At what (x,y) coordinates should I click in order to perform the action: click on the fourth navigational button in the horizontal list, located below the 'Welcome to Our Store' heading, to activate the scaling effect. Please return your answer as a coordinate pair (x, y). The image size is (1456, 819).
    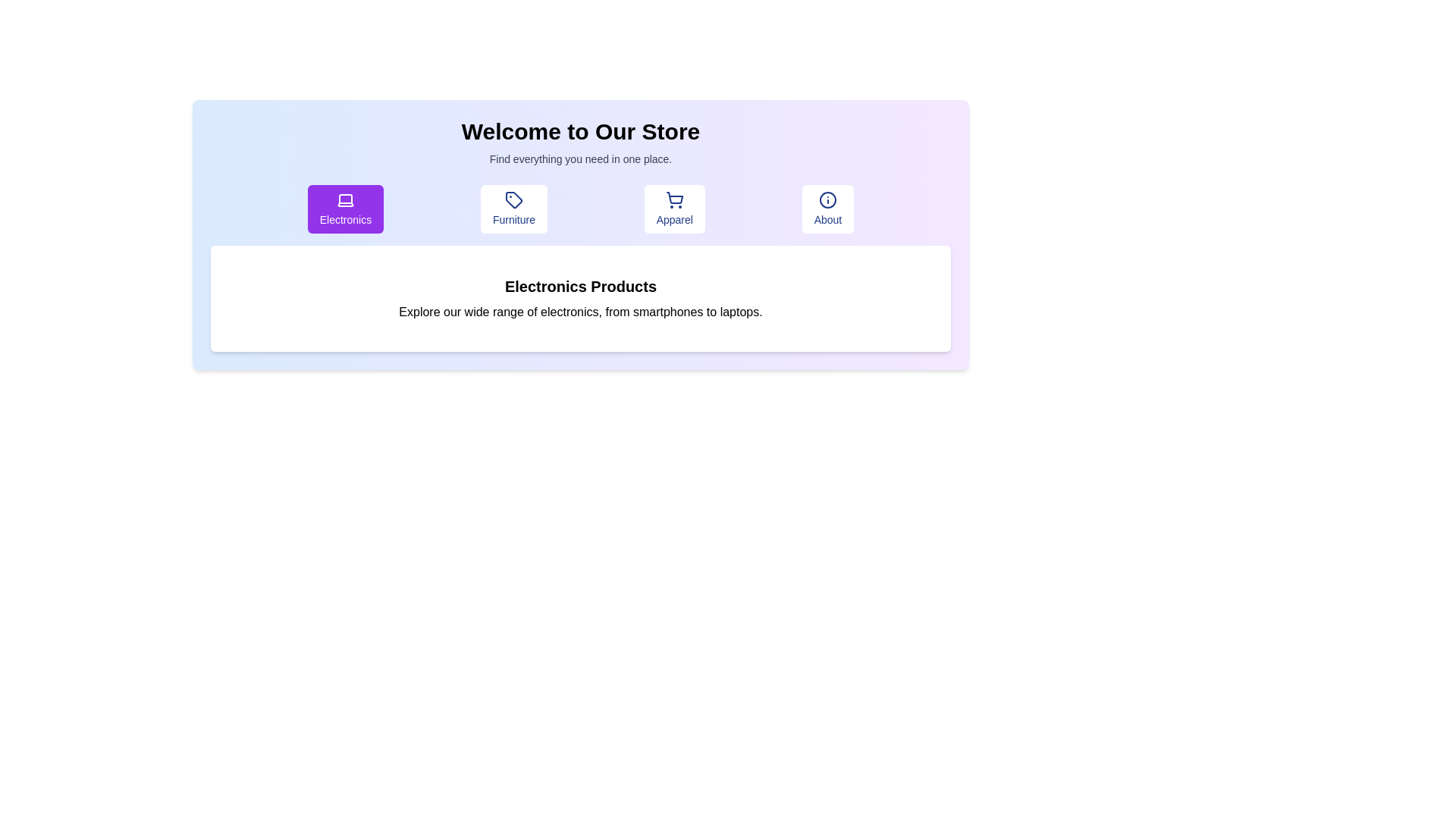
    Looking at the image, I should click on (827, 209).